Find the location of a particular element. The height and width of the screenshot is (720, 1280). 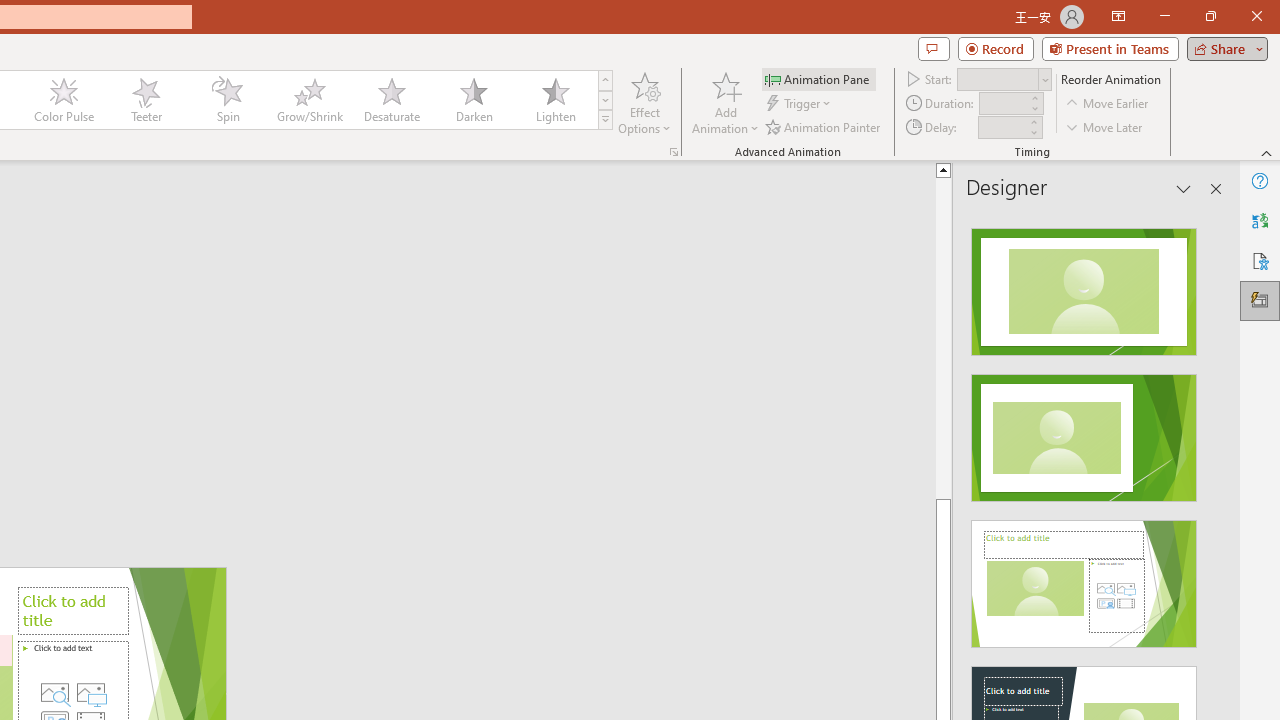

'Add Animation' is located at coordinates (724, 103).